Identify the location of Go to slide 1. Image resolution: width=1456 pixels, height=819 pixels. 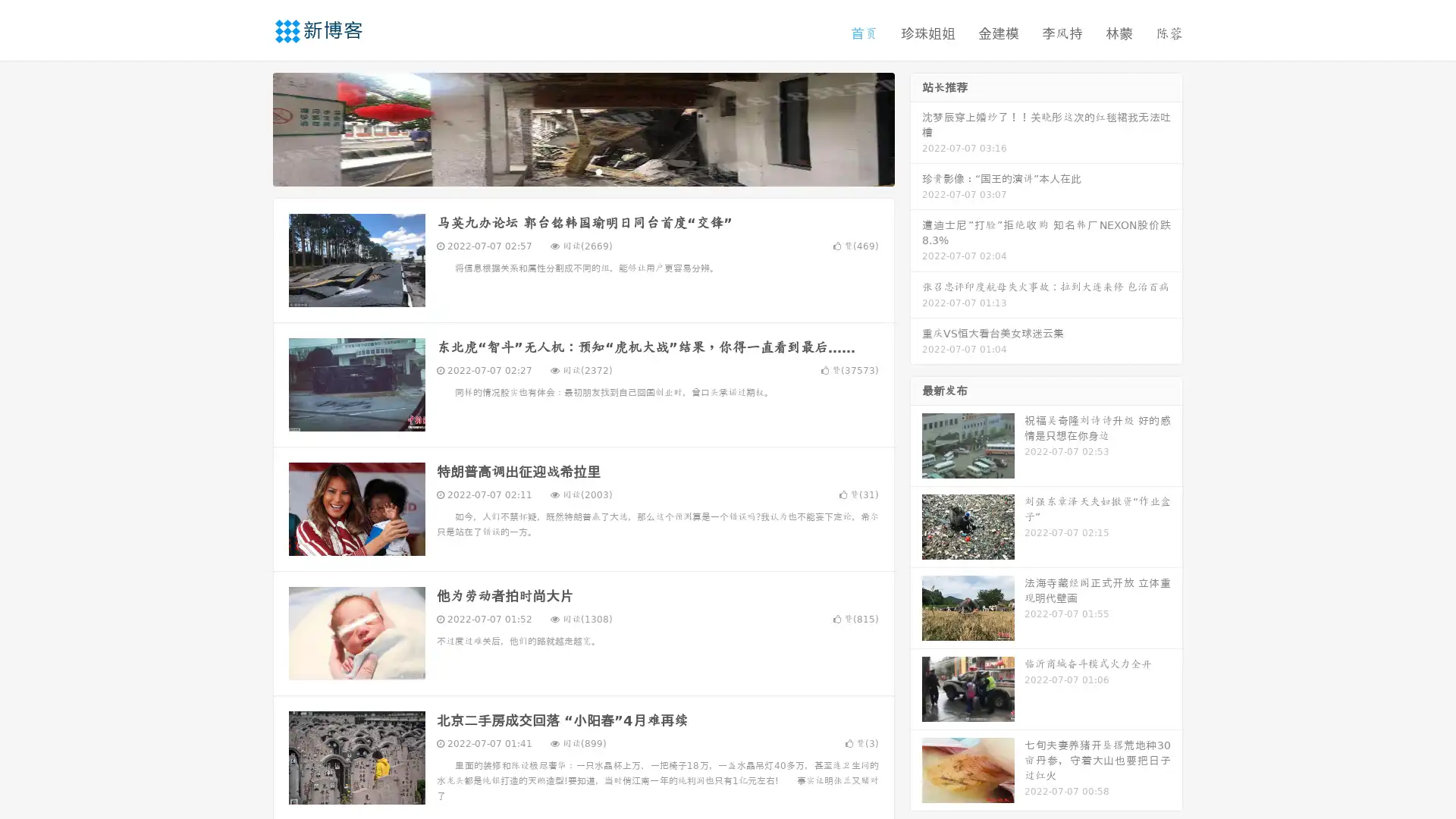
(567, 171).